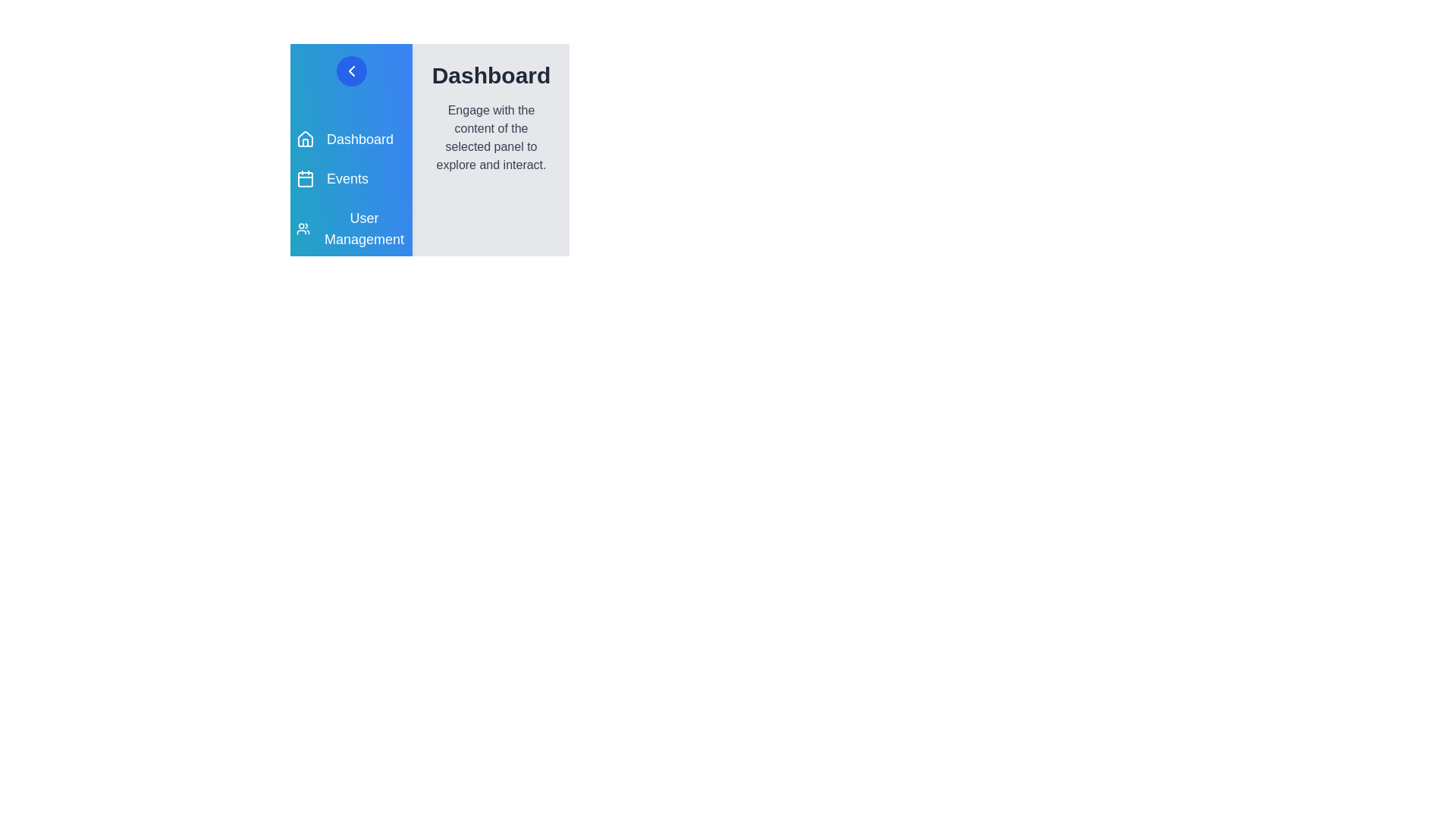 The image size is (1456, 819). Describe the element at coordinates (305, 177) in the screenshot. I see `the icon corresponding to Events` at that location.